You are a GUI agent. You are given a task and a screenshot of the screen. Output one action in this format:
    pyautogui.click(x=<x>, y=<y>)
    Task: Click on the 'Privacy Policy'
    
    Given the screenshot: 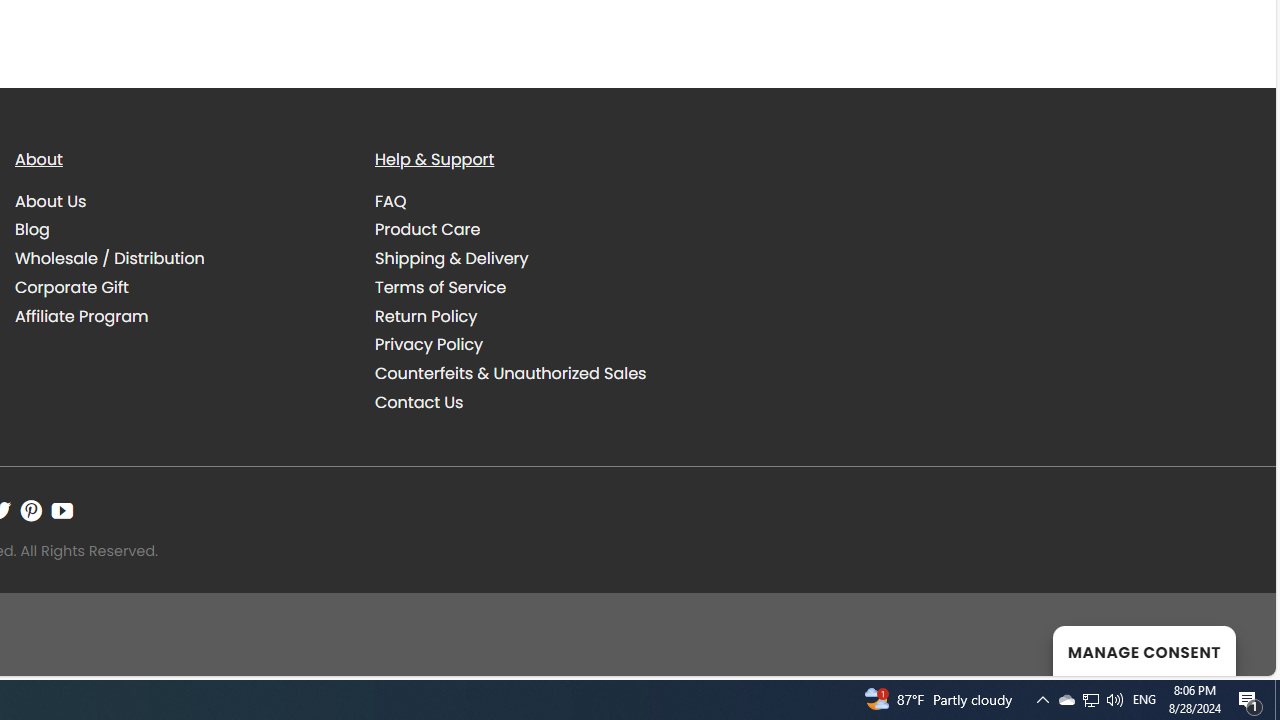 What is the action you would take?
    pyautogui.click(x=428, y=343)
    